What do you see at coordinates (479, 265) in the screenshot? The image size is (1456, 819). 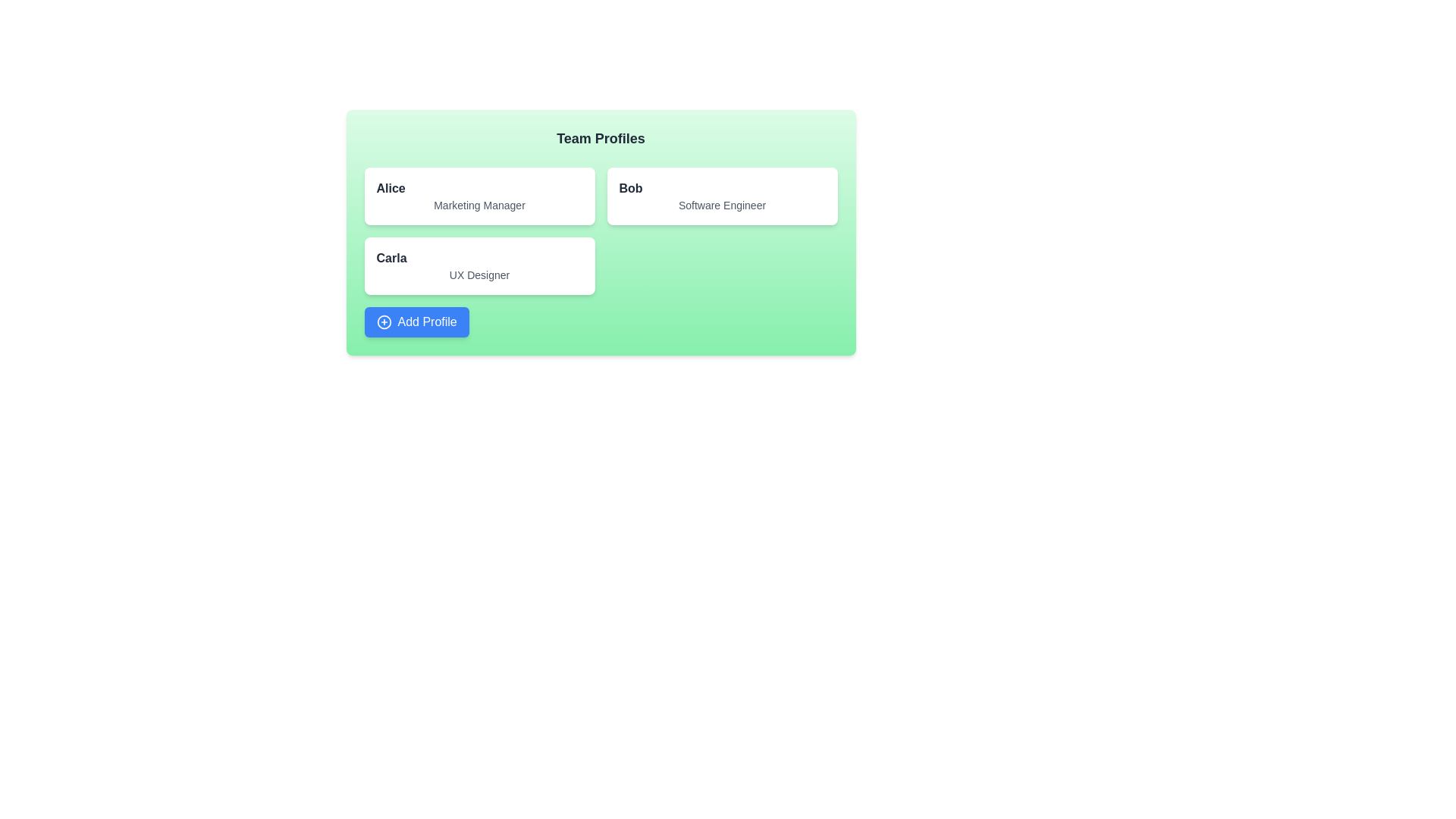 I see `the profile card of Carla to toggle its active state` at bounding box center [479, 265].